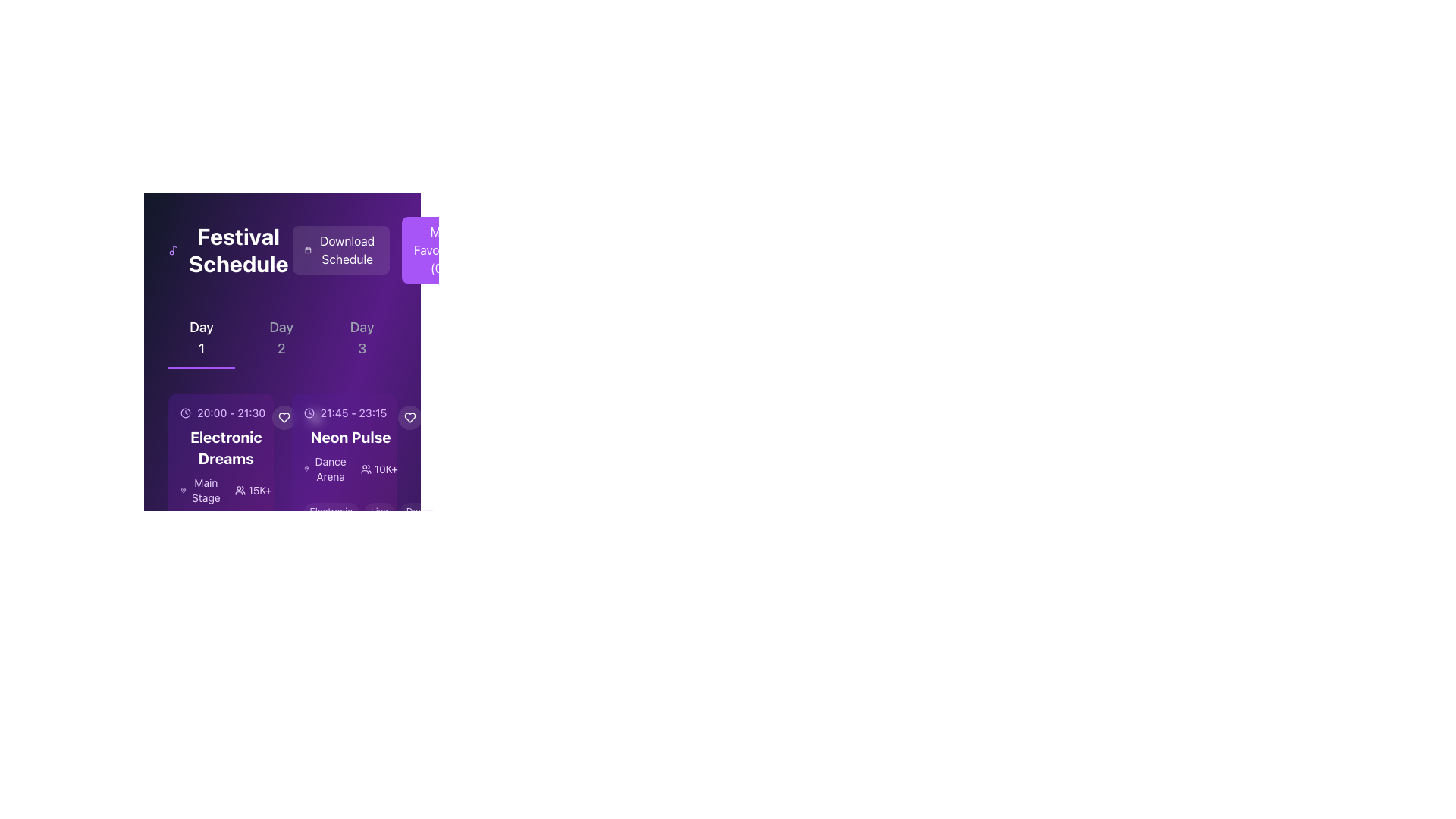 The width and height of the screenshot is (1456, 819). Describe the element at coordinates (409, 418) in the screenshot. I see `the heart icon located inside the rounded button adjacent to the 'Neon Pulse' event listing to read the tooltip` at that location.